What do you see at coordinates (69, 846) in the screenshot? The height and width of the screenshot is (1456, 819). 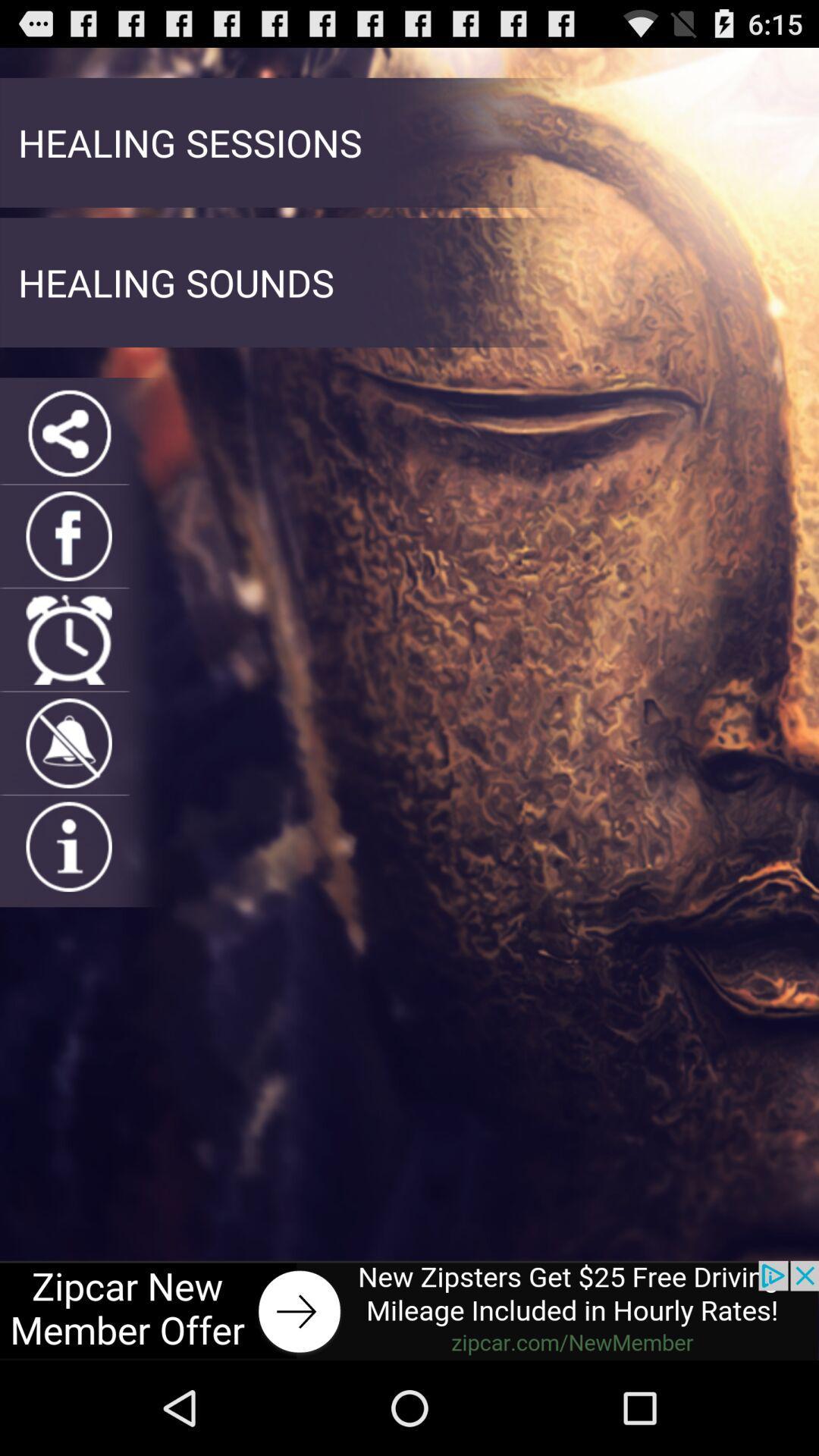 I see `get more information` at bounding box center [69, 846].